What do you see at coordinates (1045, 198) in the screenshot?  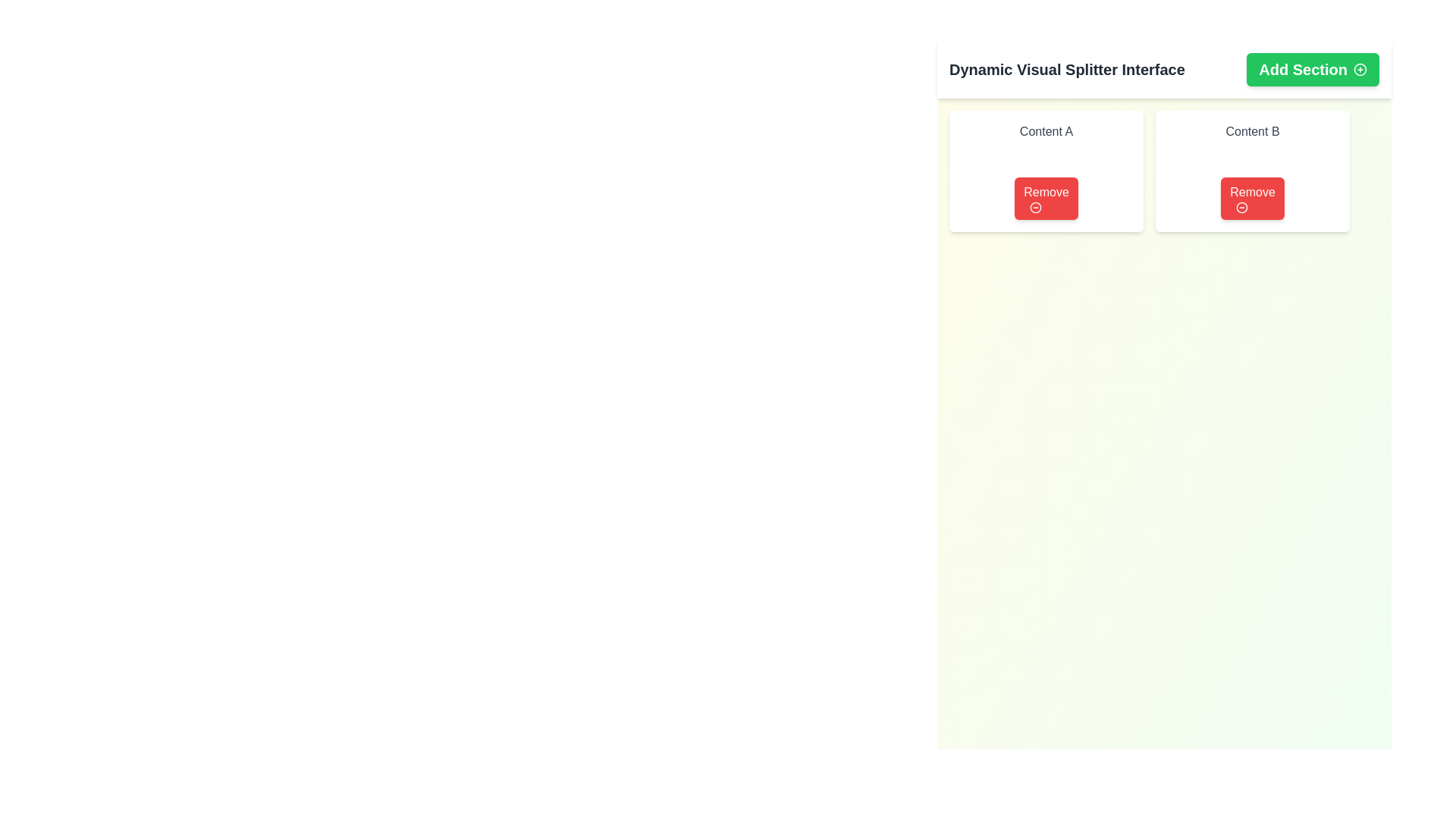 I see `the left 'Remove' button associated with 'Content A'` at bounding box center [1045, 198].